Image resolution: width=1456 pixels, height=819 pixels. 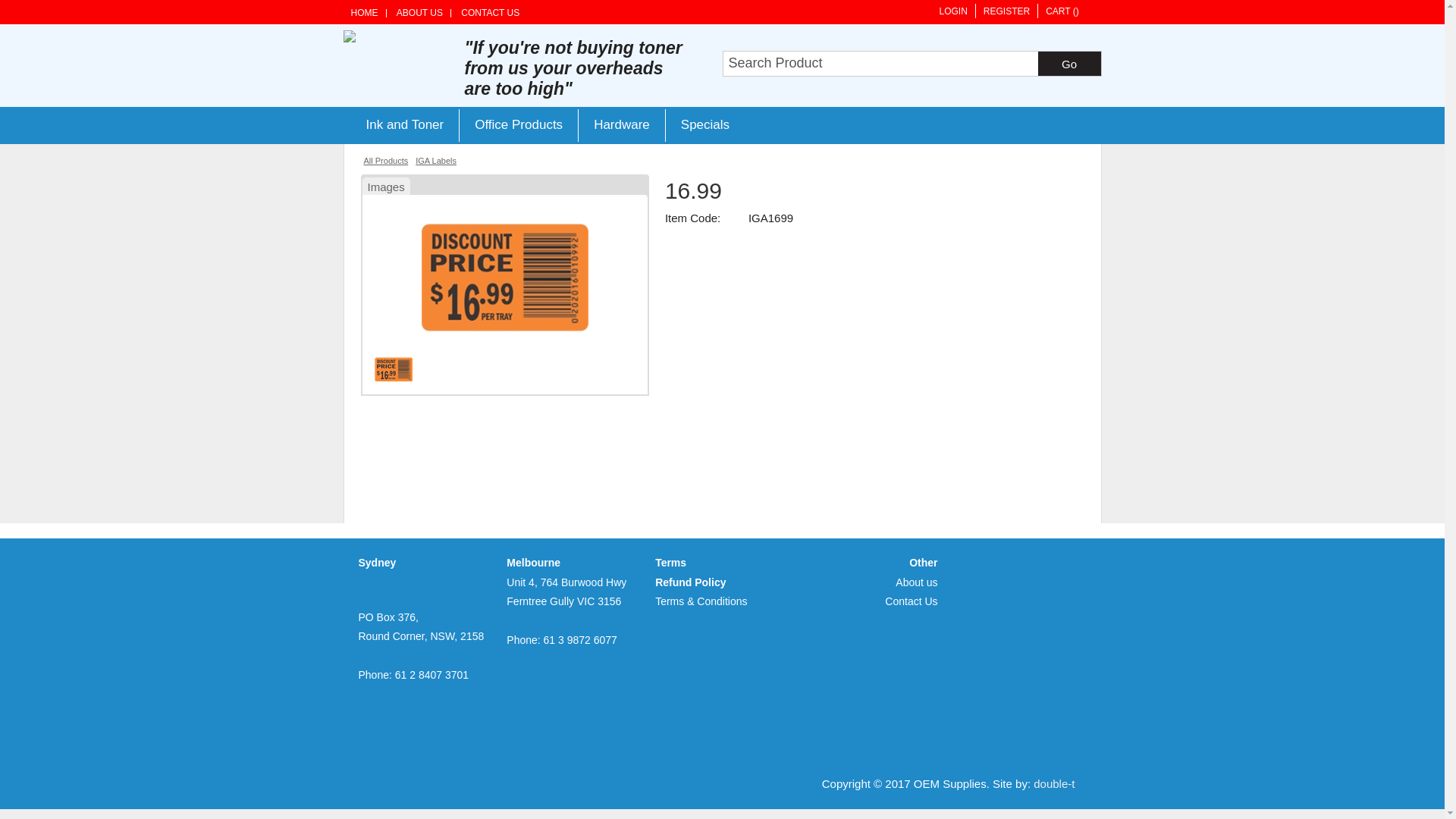 I want to click on 'double-t', so click(x=1053, y=783).